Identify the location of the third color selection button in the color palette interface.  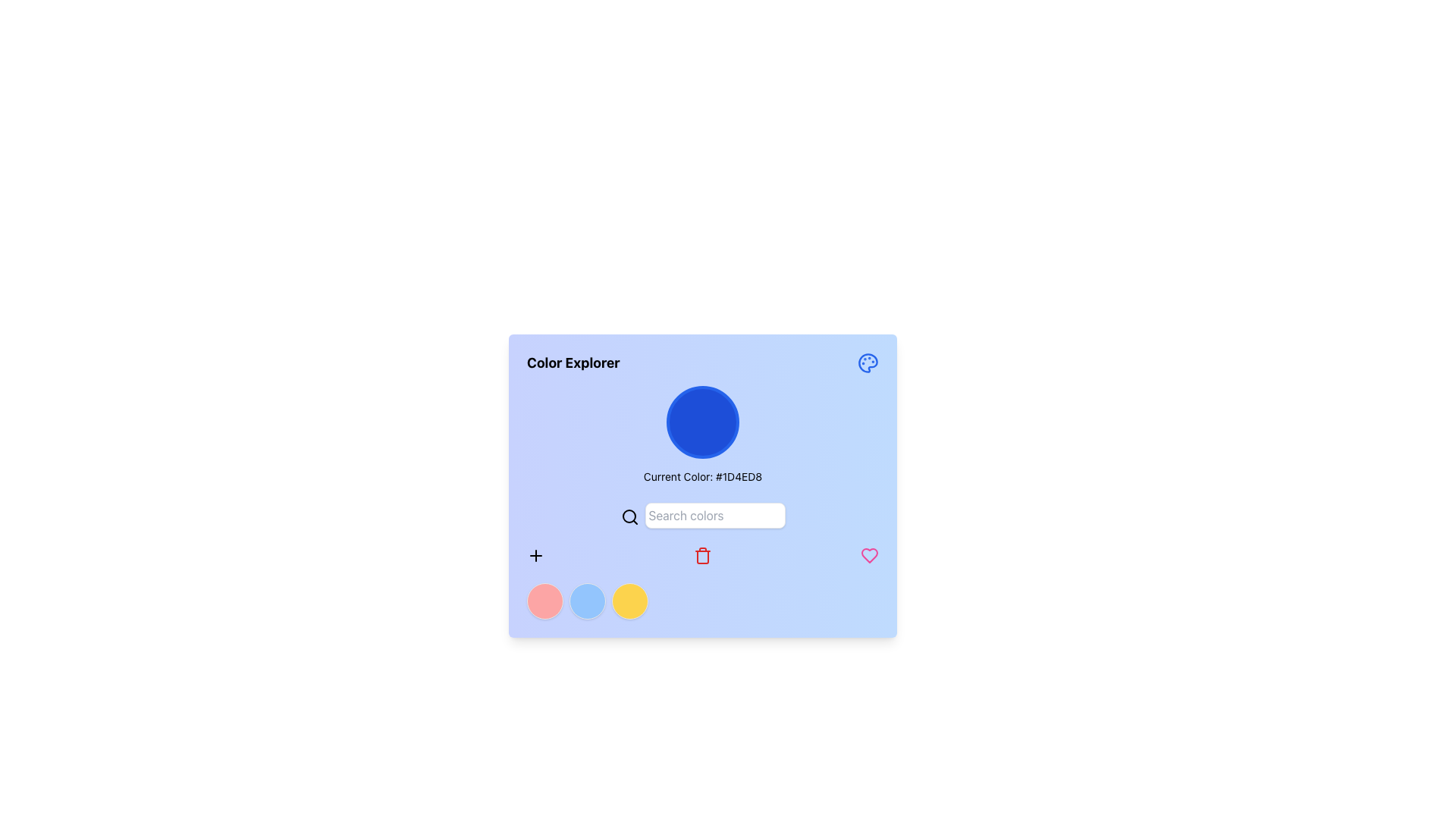
(629, 601).